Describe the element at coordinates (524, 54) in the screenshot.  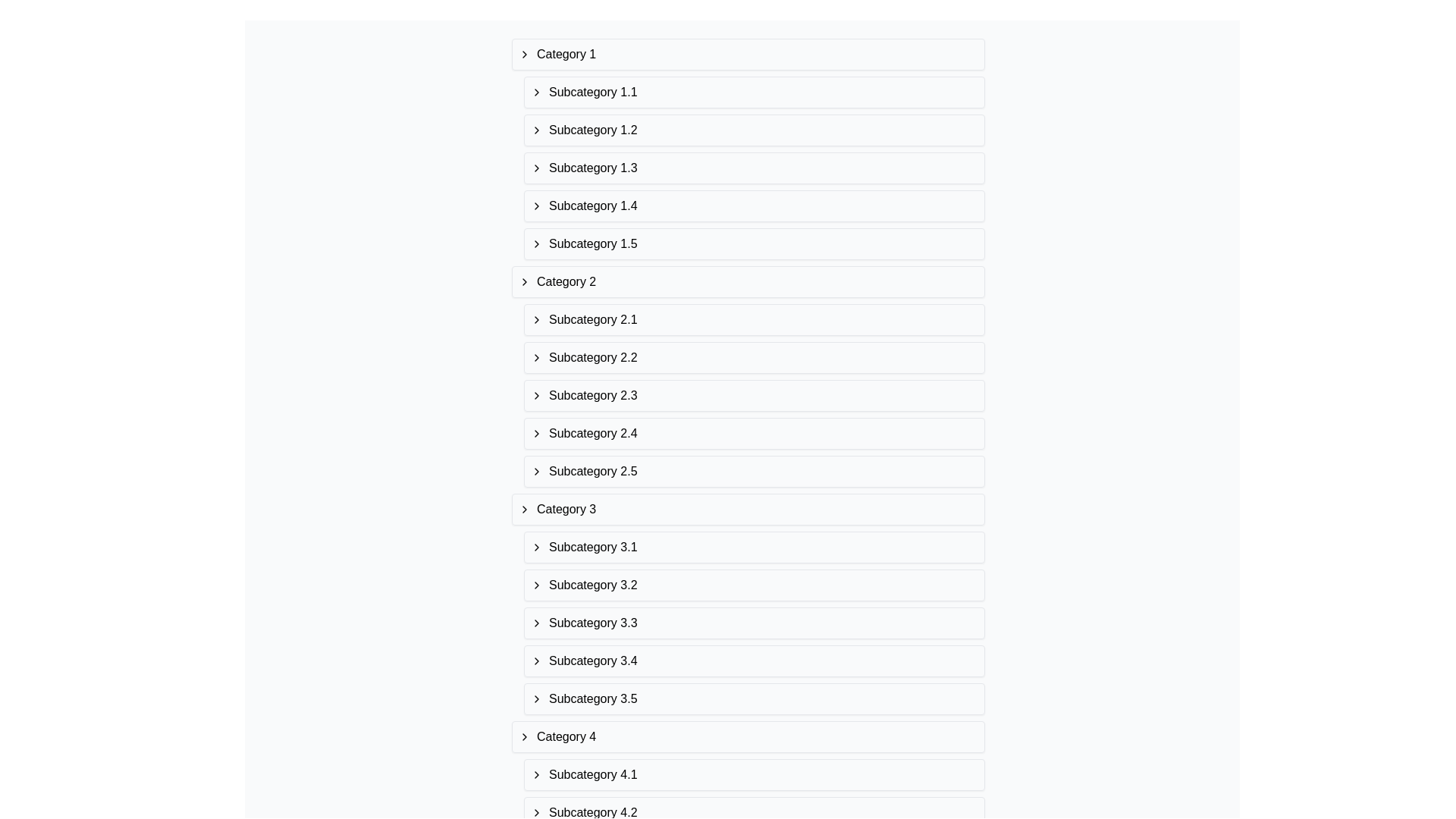
I see `the Chevron Icon located in the 'Category 1' row, adjacent to the text 'Category 1'` at that location.